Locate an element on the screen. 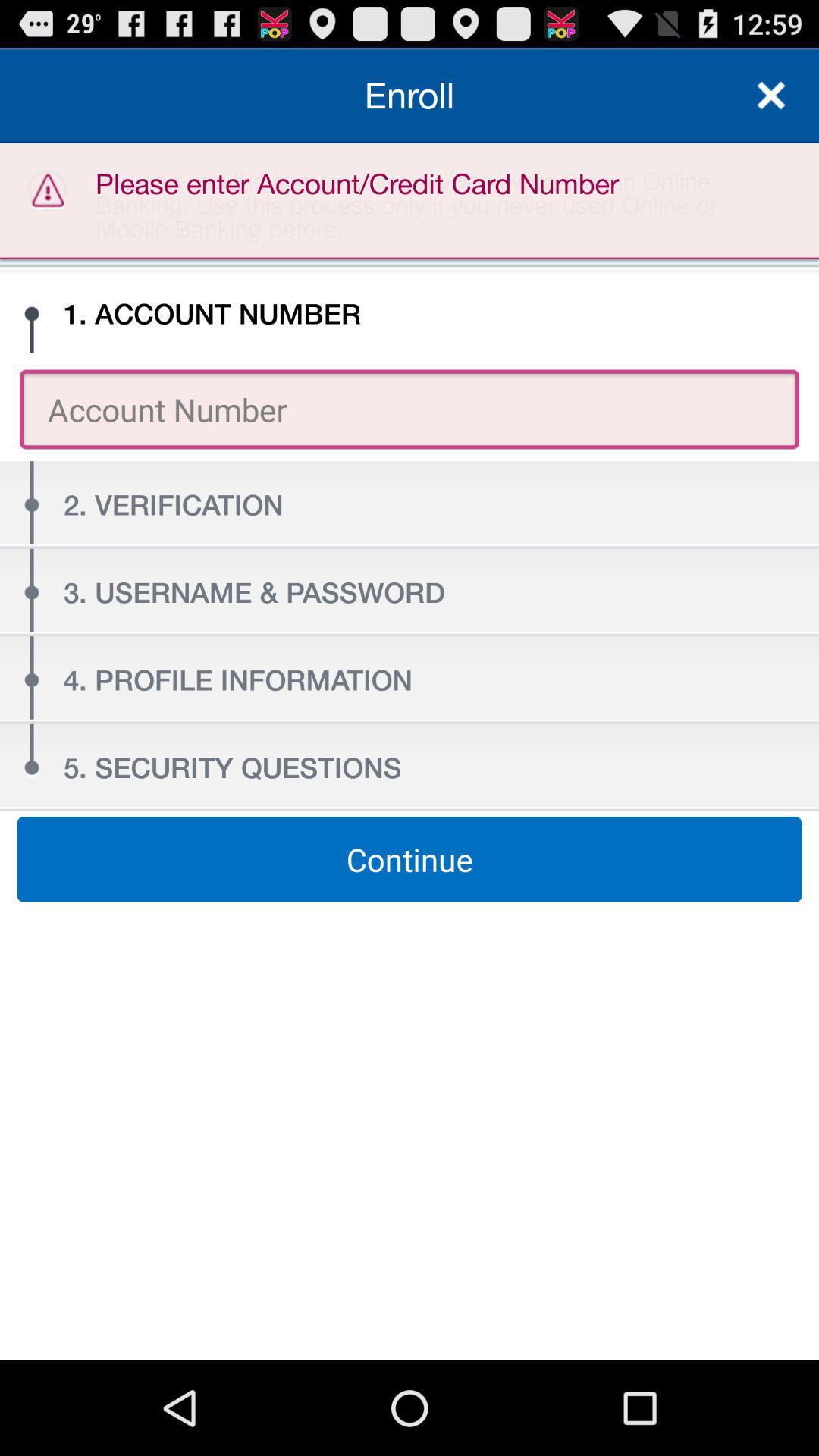  item above the 2. verification icon is located at coordinates (409, 409).